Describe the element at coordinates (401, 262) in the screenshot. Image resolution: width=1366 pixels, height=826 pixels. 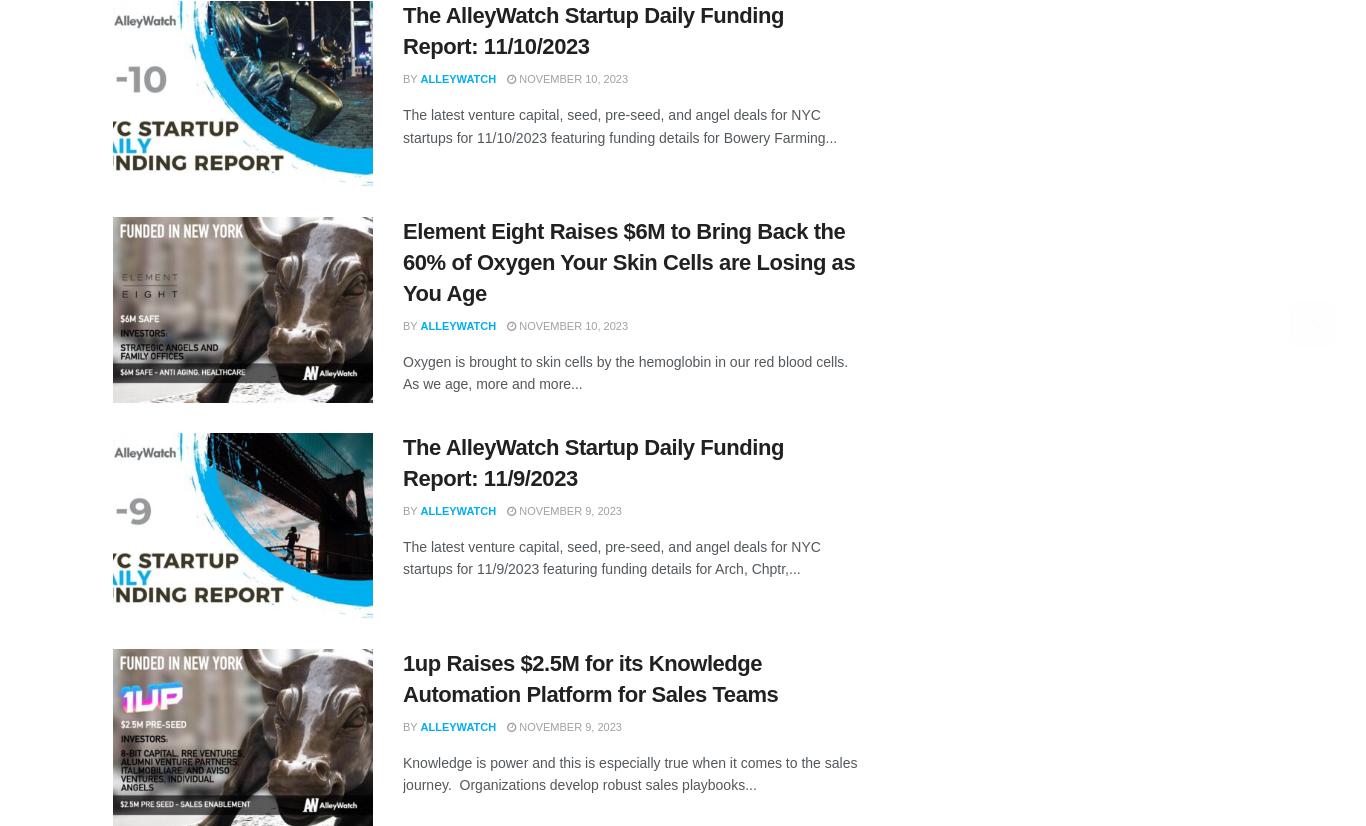
I see `'Element Eight Raises $6M to Bring Back the 60% of Oxygen Your Skin Cells are Losing as You Age'` at that location.